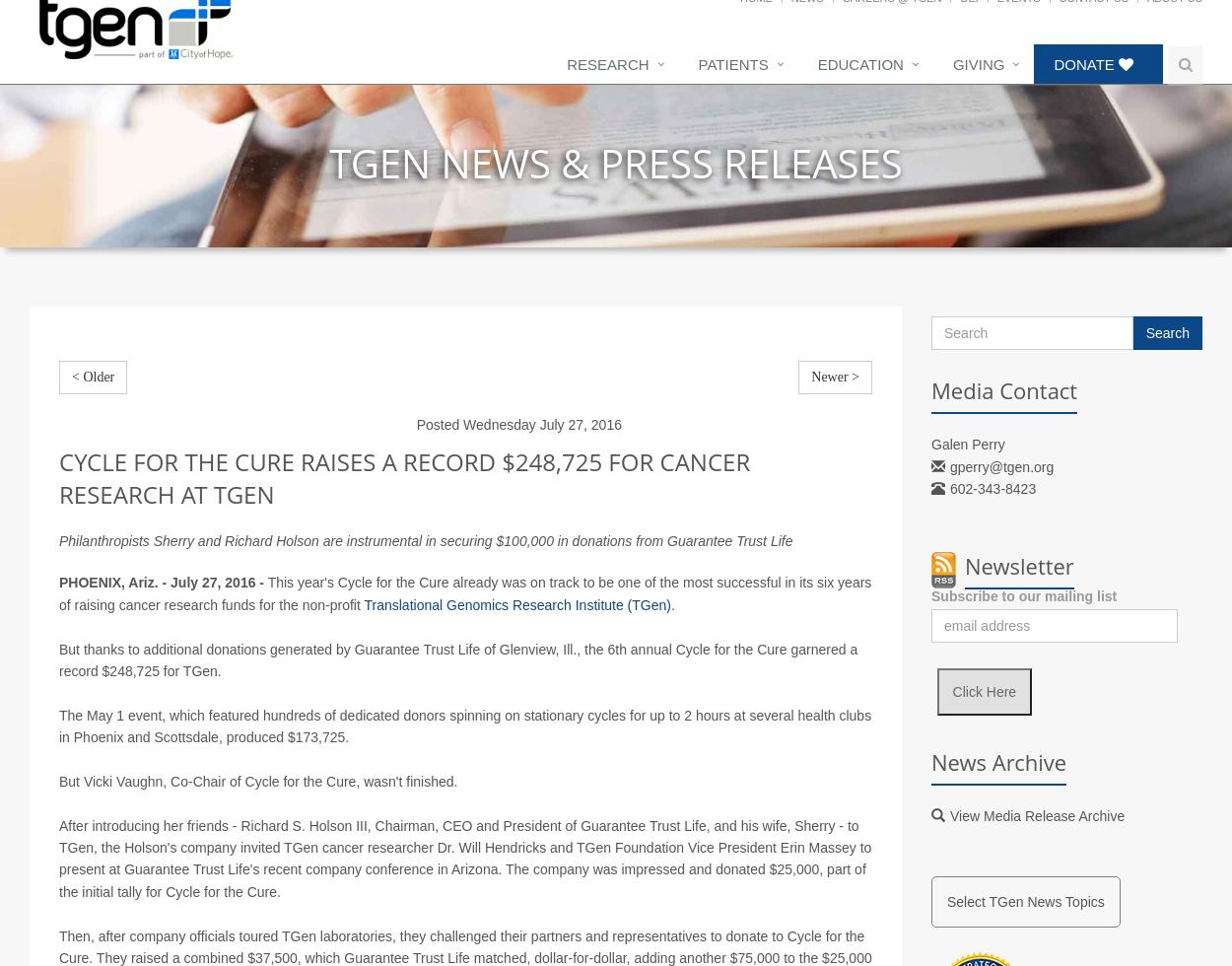  Describe the element at coordinates (1173, 19) in the screenshot. I see `'About Us'` at that location.